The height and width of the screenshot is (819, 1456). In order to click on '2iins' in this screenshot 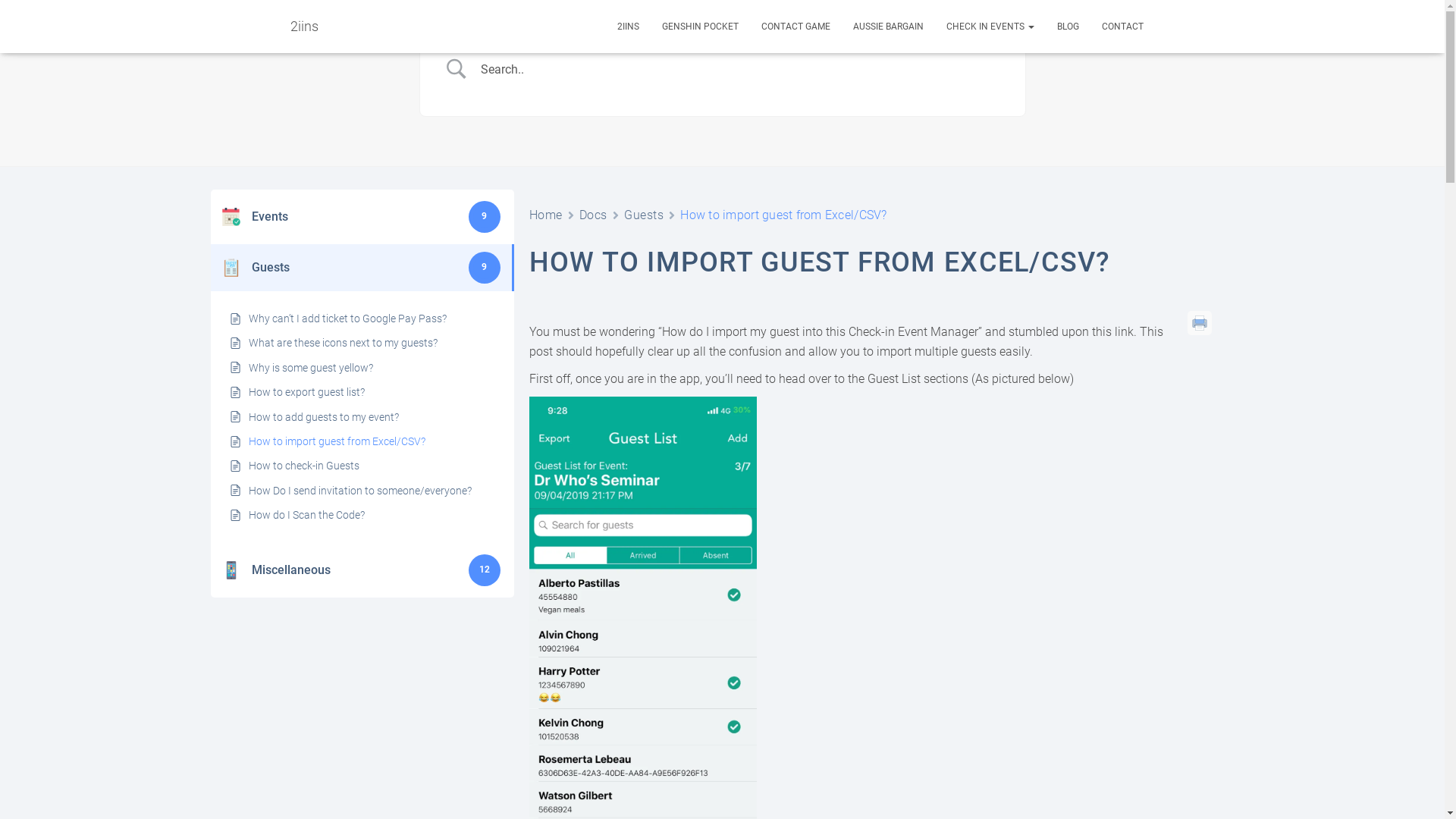, I will do `click(303, 26)`.